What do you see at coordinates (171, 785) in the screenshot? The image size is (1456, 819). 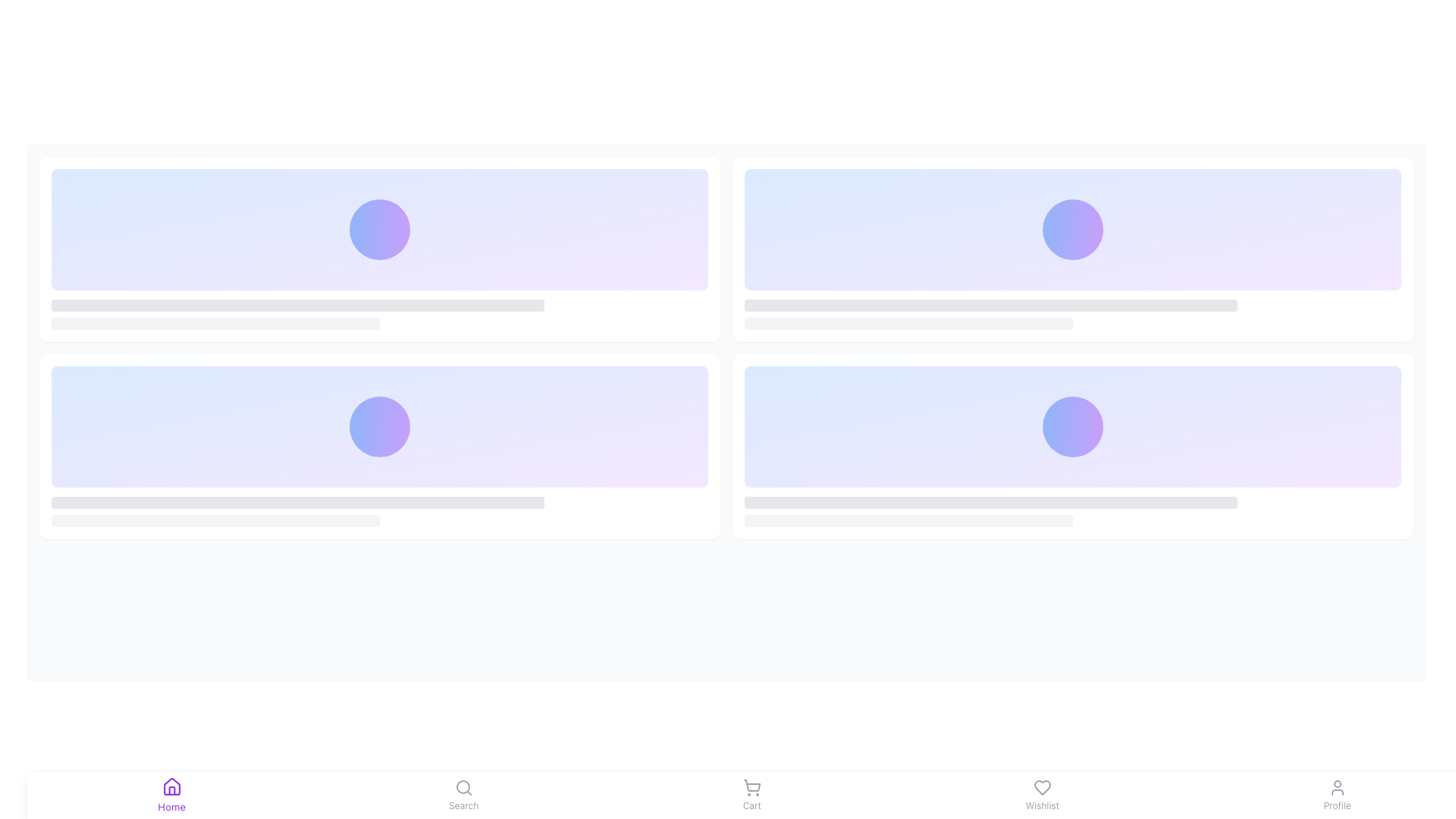 I see `the house icon` at bounding box center [171, 785].